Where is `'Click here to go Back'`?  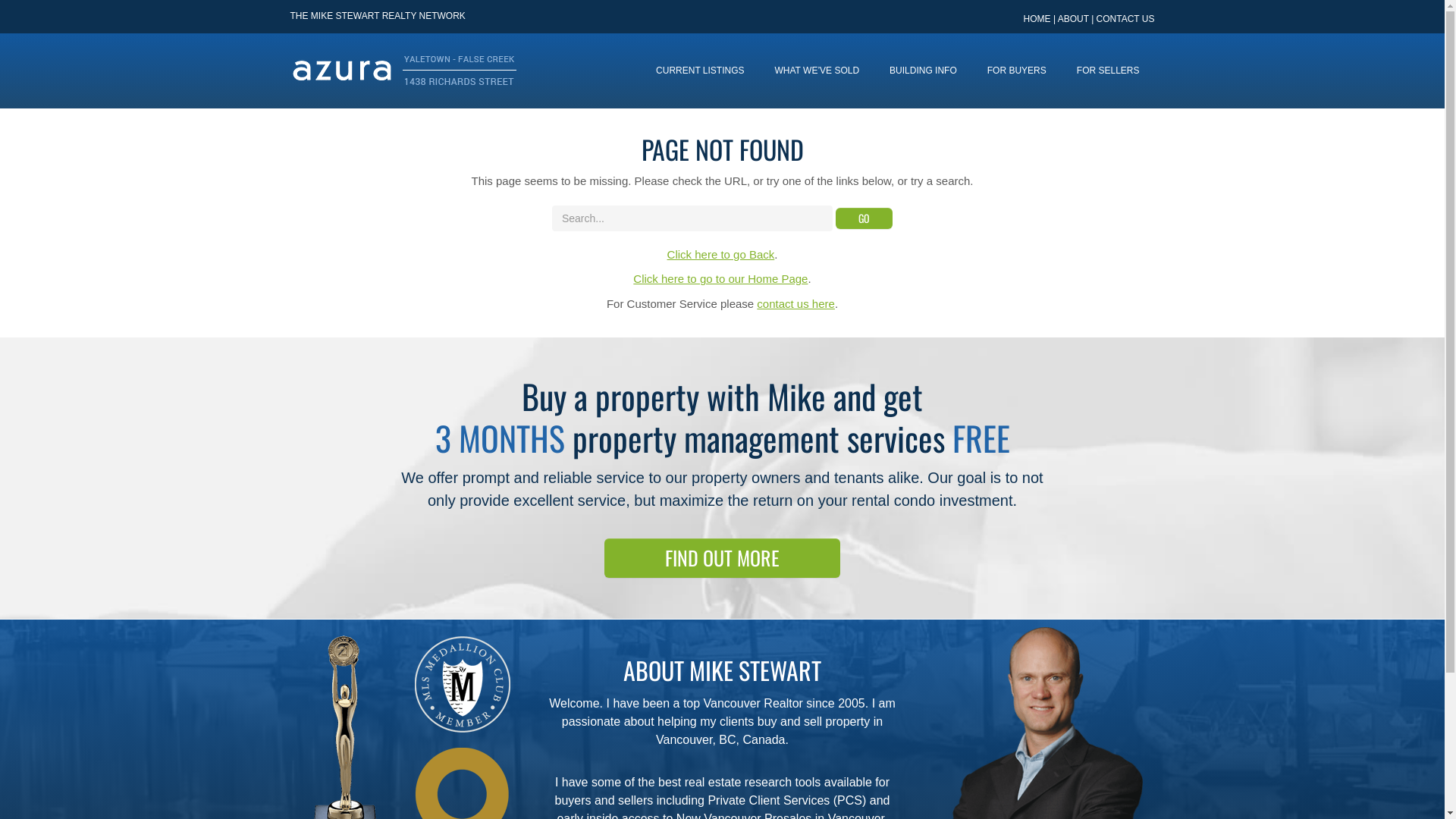
'Click here to go Back' is located at coordinates (667, 253).